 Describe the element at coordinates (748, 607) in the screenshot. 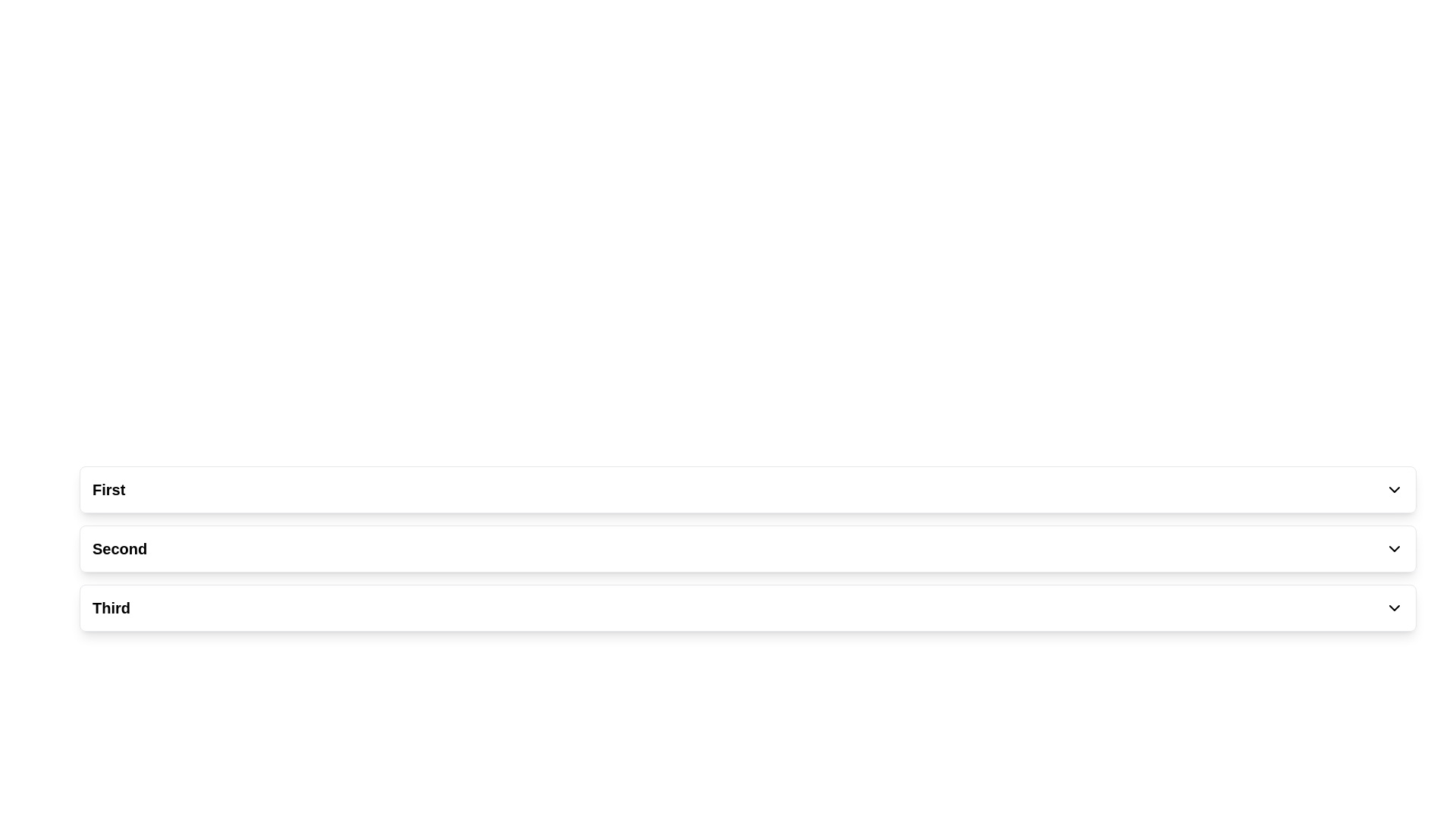

I see `the third list item labeled 'Third' with an expandable dropdown functionality` at that location.